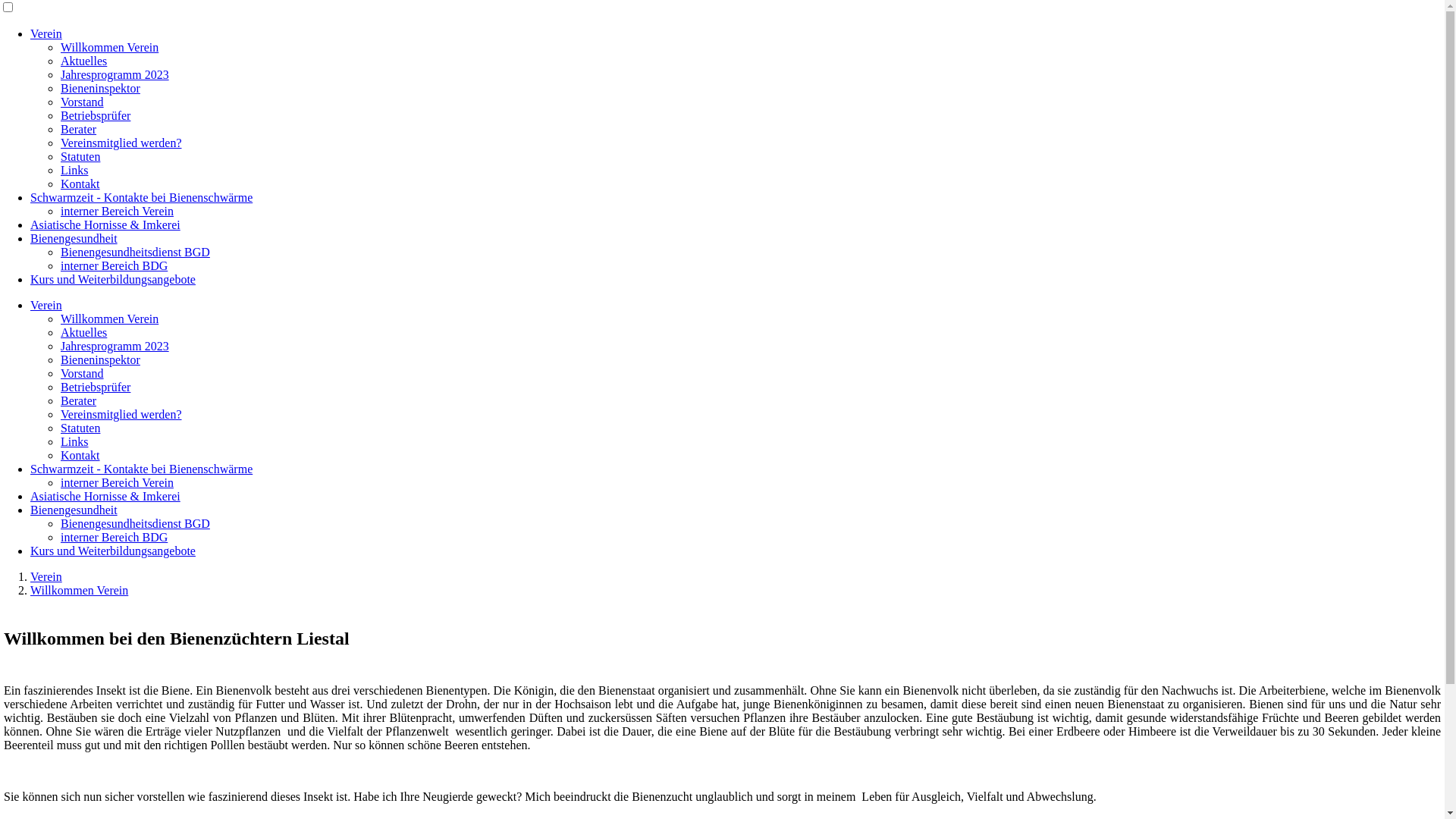  Describe the element at coordinates (114, 74) in the screenshot. I see `'Jahresprogramm 2023'` at that location.